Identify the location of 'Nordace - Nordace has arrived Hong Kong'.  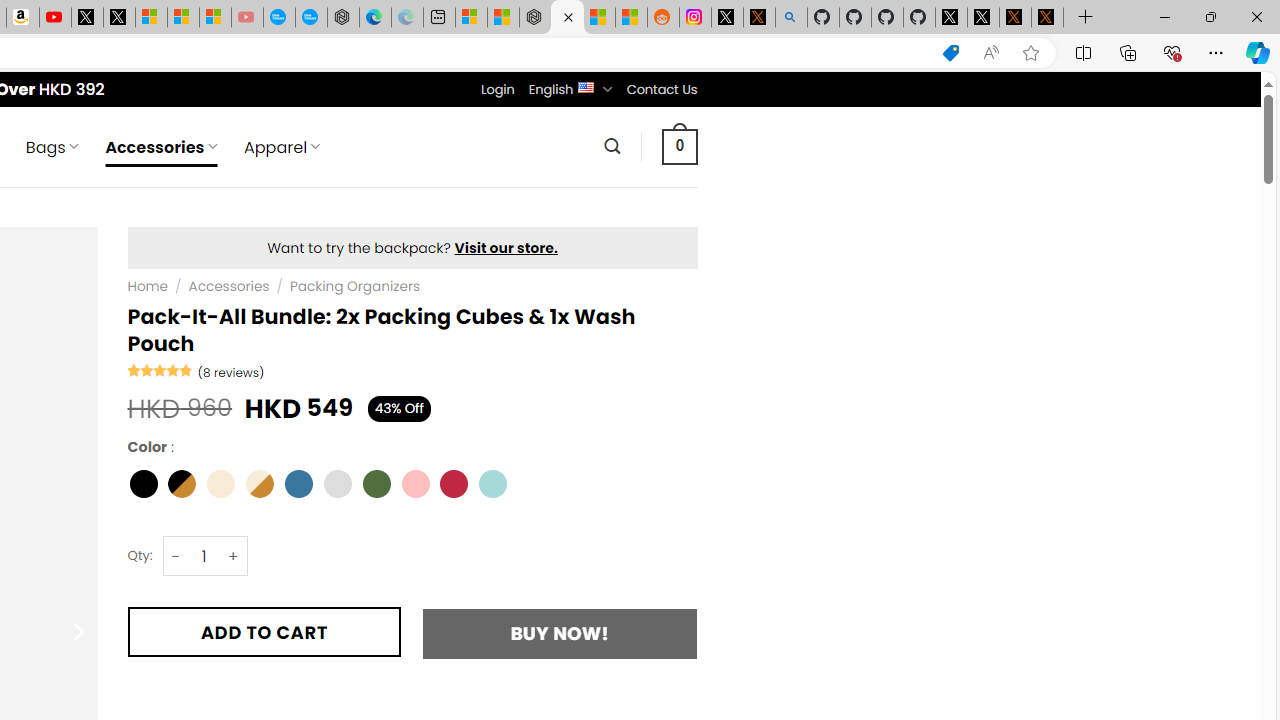
(343, 17).